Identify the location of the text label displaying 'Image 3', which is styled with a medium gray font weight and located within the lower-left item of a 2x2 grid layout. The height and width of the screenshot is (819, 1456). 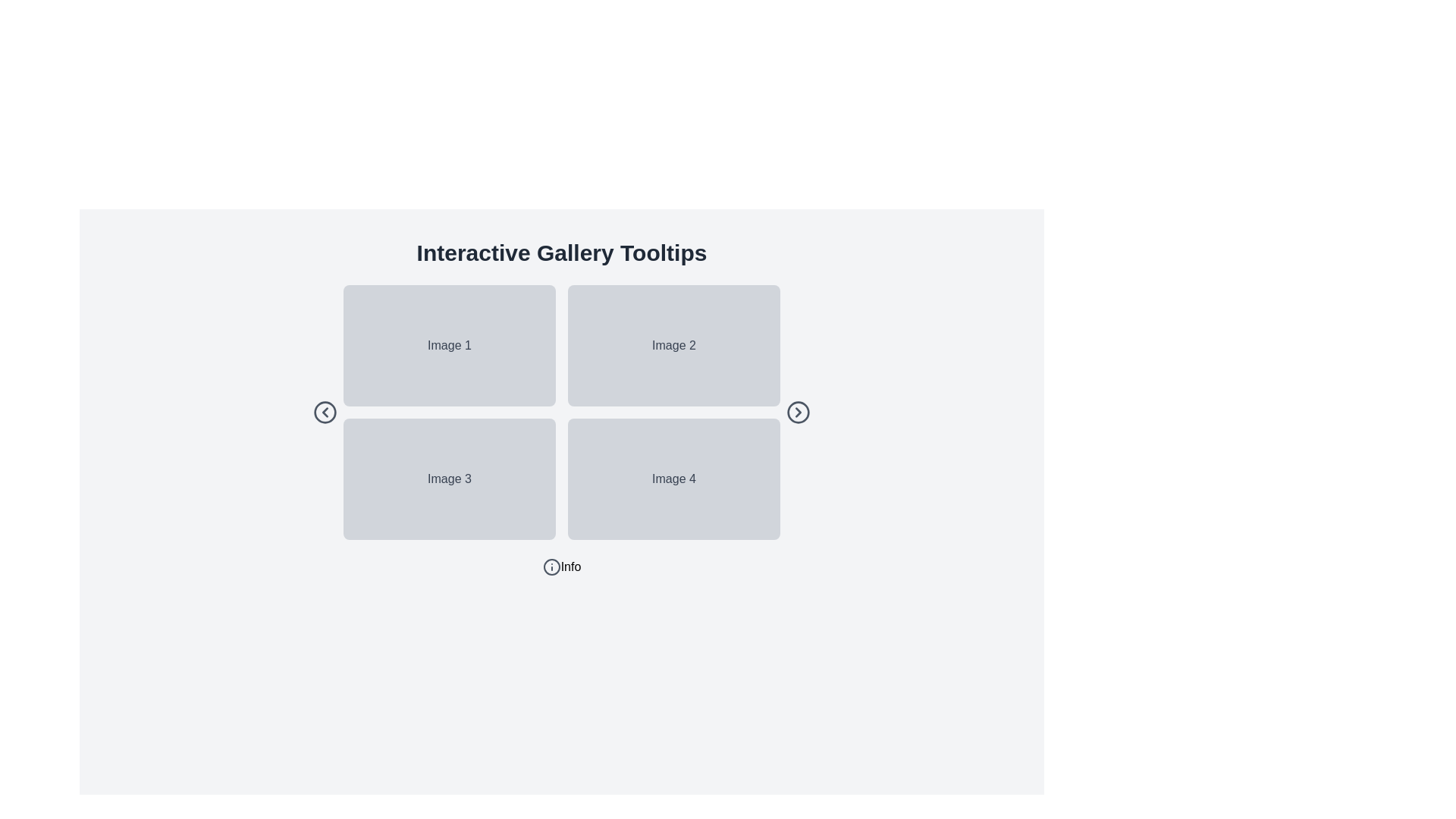
(448, 479).